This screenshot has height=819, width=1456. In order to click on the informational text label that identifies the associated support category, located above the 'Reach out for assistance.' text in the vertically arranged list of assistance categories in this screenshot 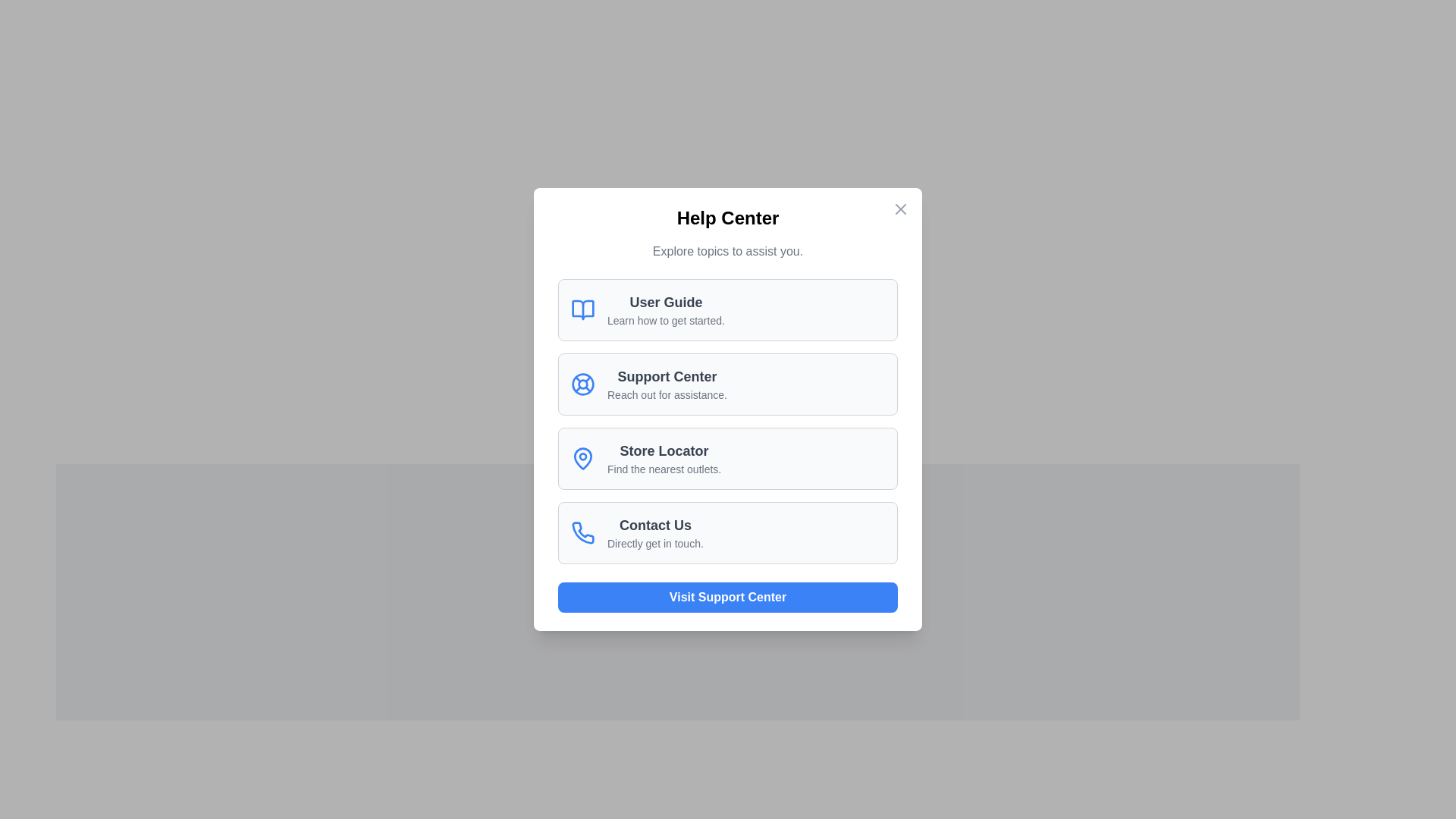, I will do `click(667, 376)`.